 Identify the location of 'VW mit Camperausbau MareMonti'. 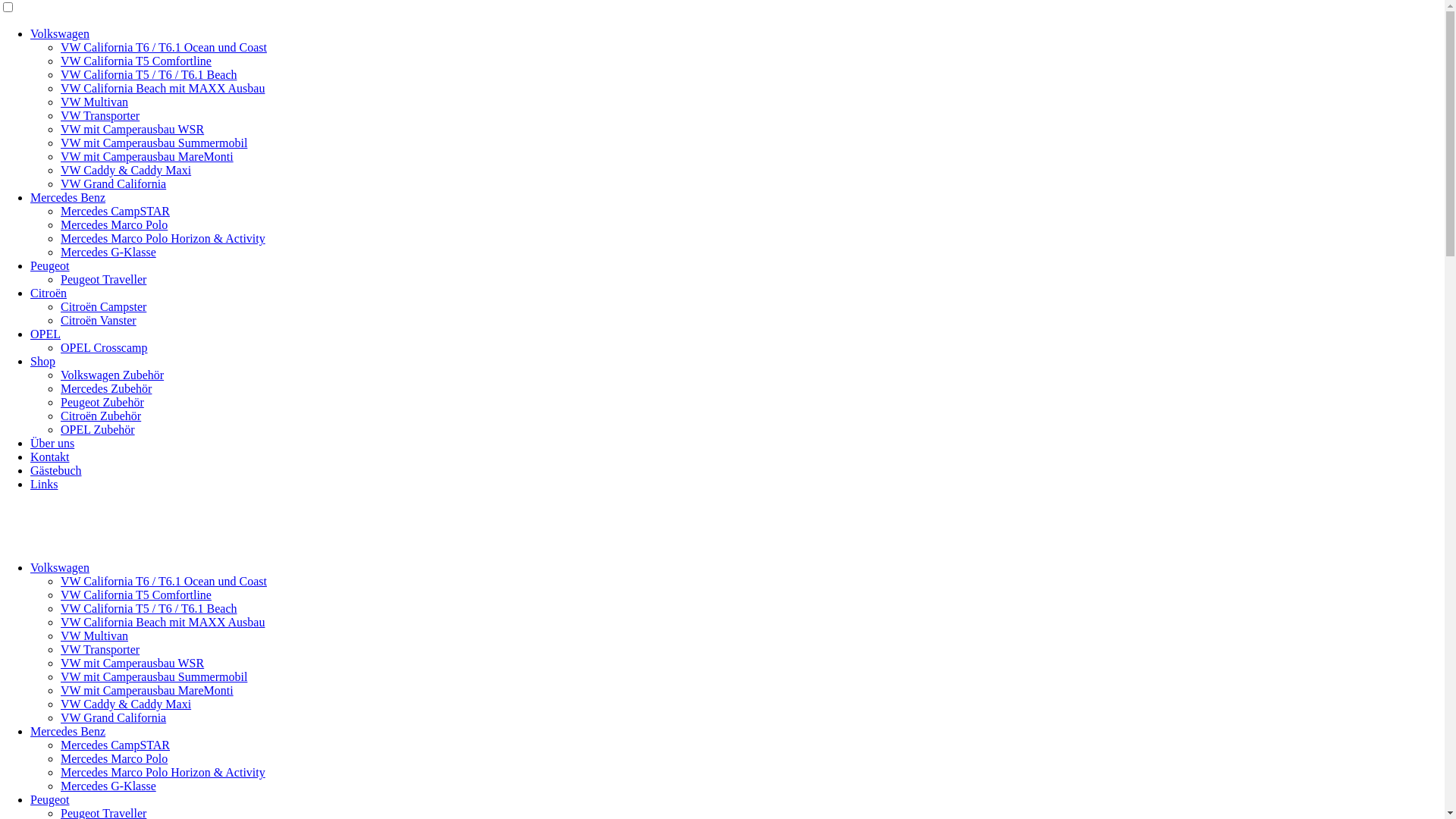
(146, 156).